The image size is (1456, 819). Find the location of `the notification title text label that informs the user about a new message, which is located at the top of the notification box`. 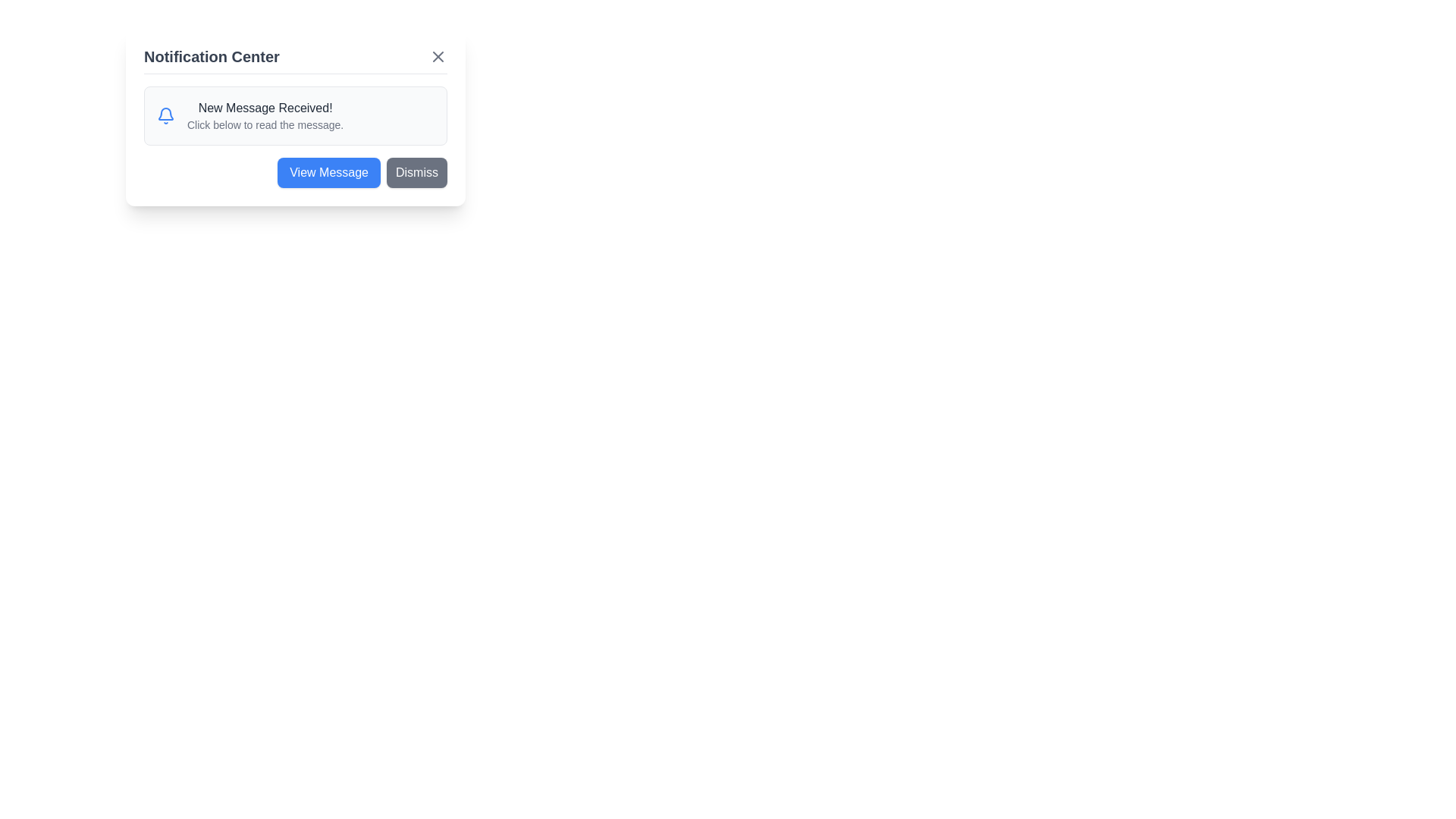

the notification title text label that informs the user about a new message, which is located at the top of the notification box is located at coordinates (265, 107).